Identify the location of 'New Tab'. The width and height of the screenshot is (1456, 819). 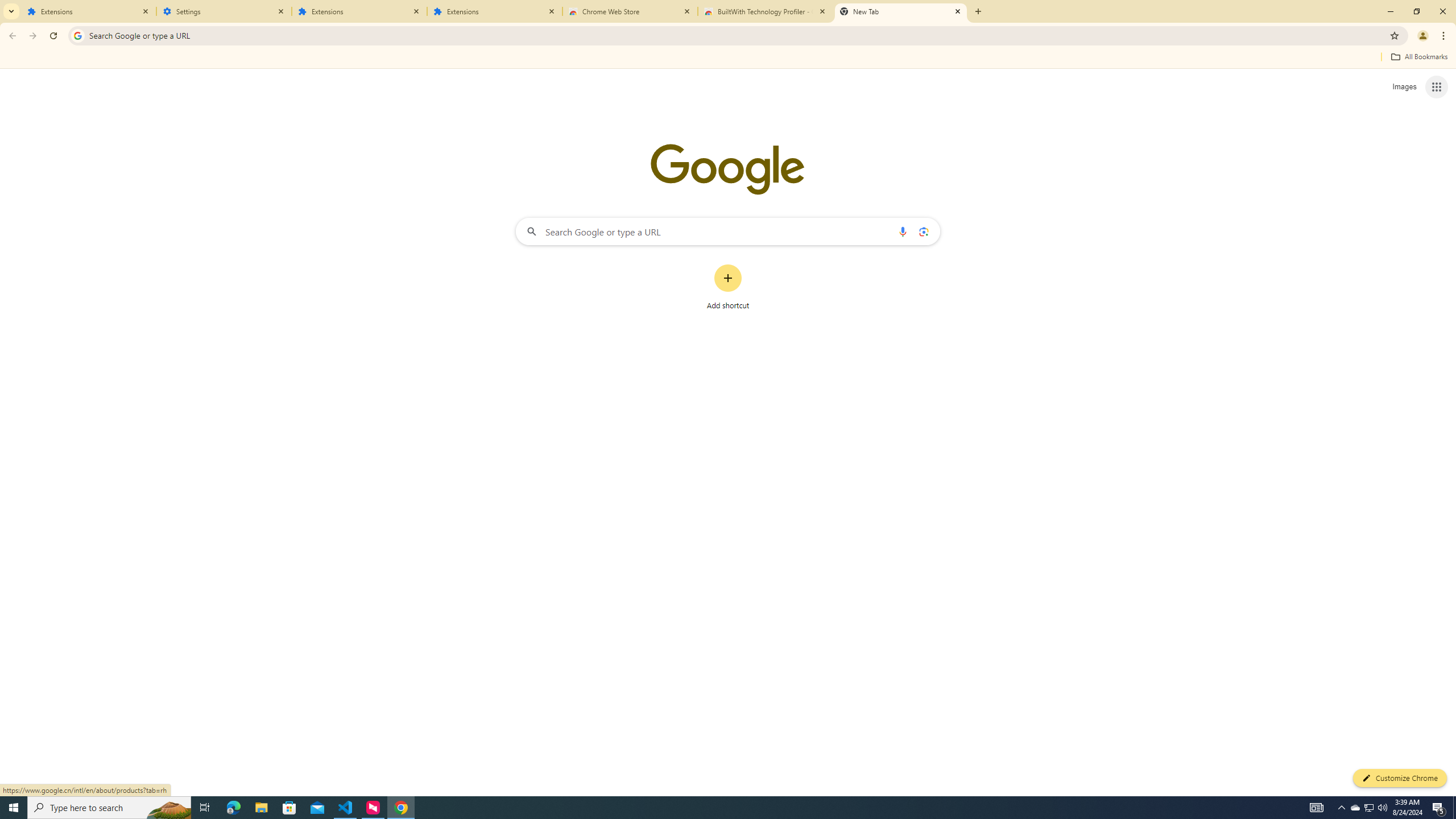
(900, 11).